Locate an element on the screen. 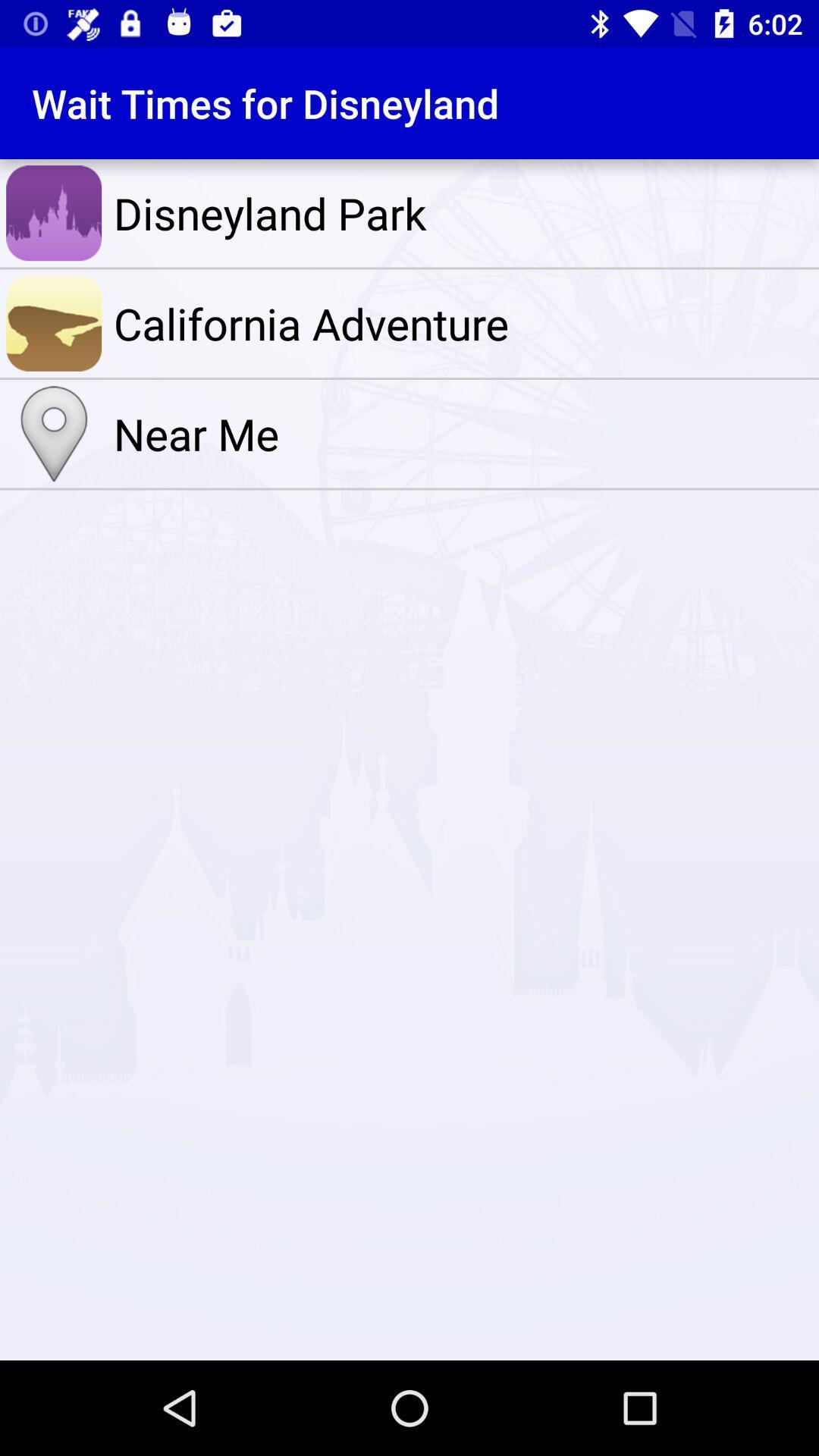 The height and width of the screenshot is (1456, 819). item below the disneyland park is located at coordinates (462, 322).